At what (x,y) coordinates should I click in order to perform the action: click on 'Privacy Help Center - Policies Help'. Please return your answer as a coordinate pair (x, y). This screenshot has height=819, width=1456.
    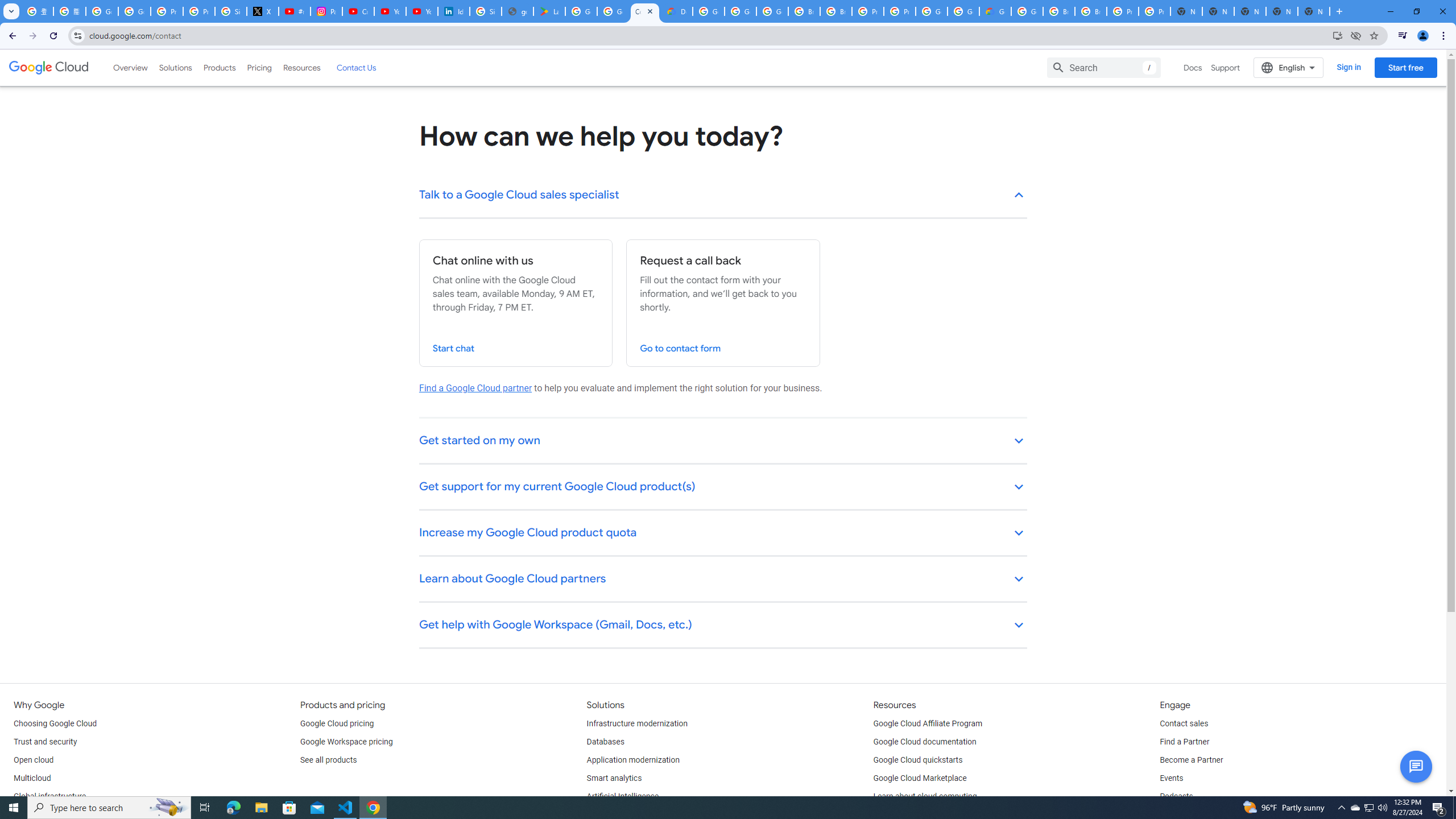
    Looking at the image, I should click on (198, 11).